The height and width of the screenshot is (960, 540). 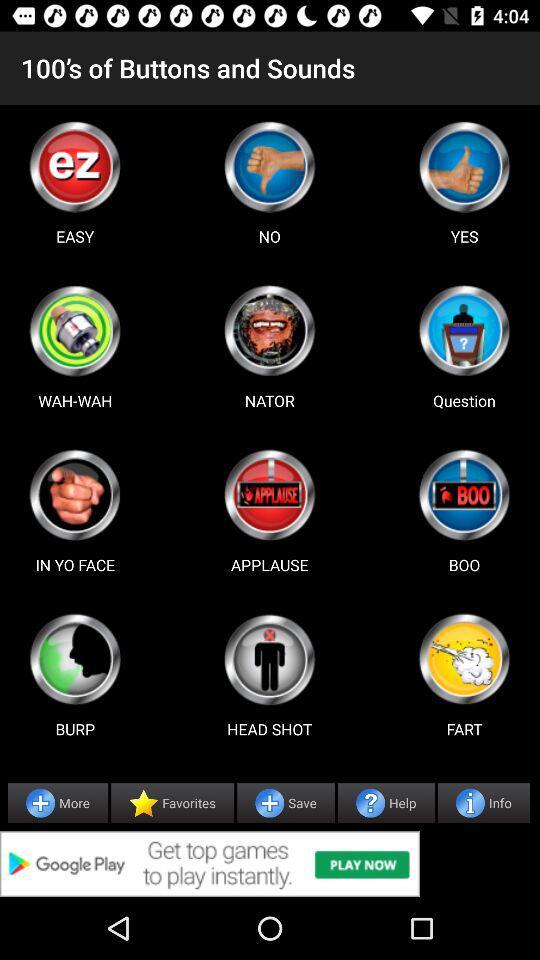 What do you see at coordinates (269, 494) in the screenshot?
I see `applause sound` at bounding box center [269, 494].